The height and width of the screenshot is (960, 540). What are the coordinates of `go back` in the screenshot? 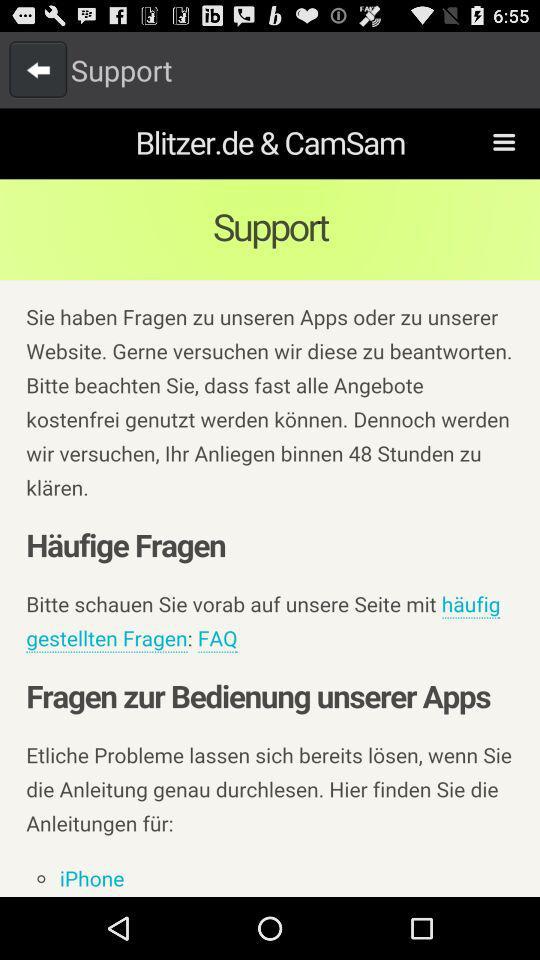 It's located at (38, 69).